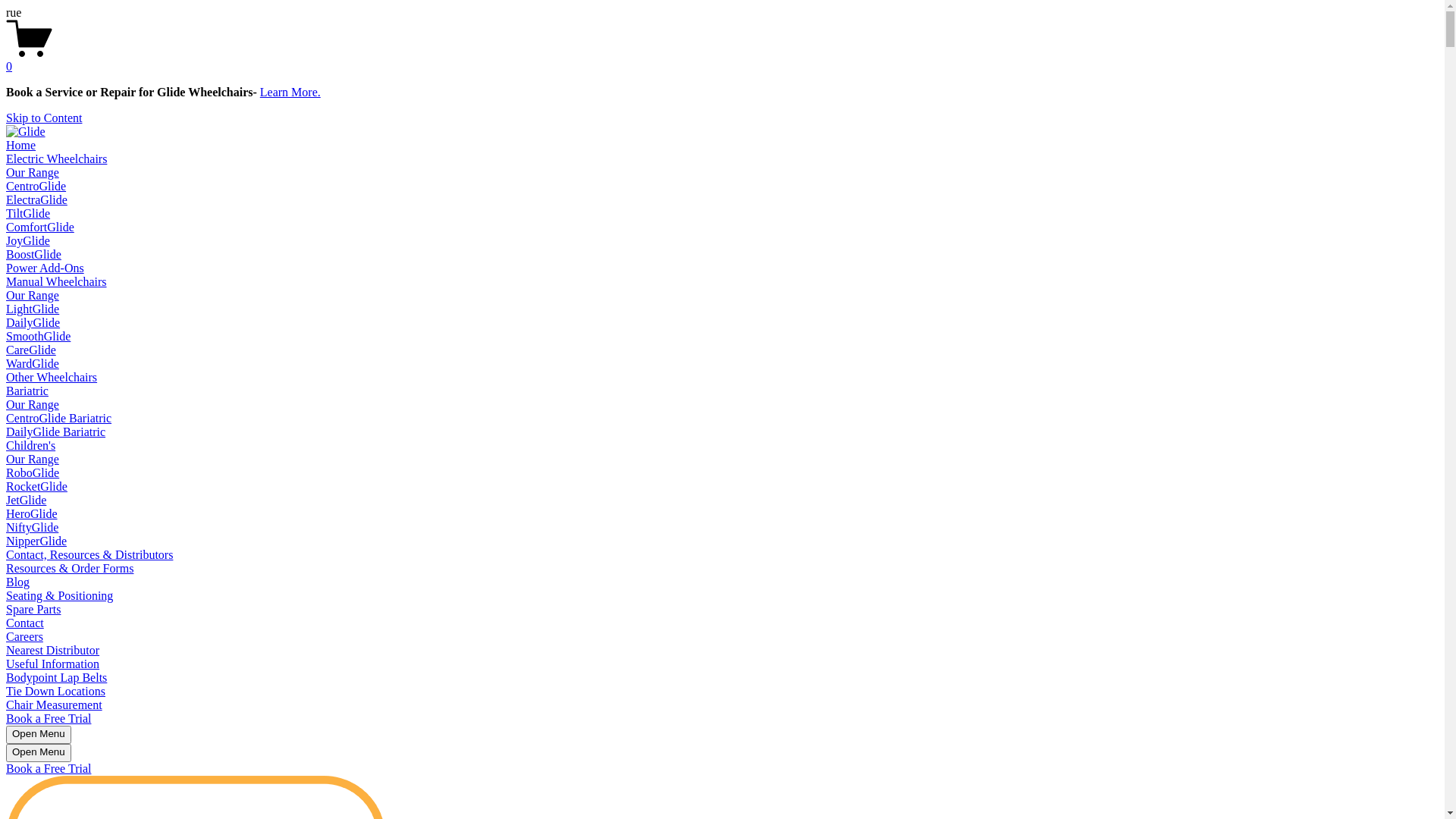  I want to click on 'JoyGlide', so click(28, 240).